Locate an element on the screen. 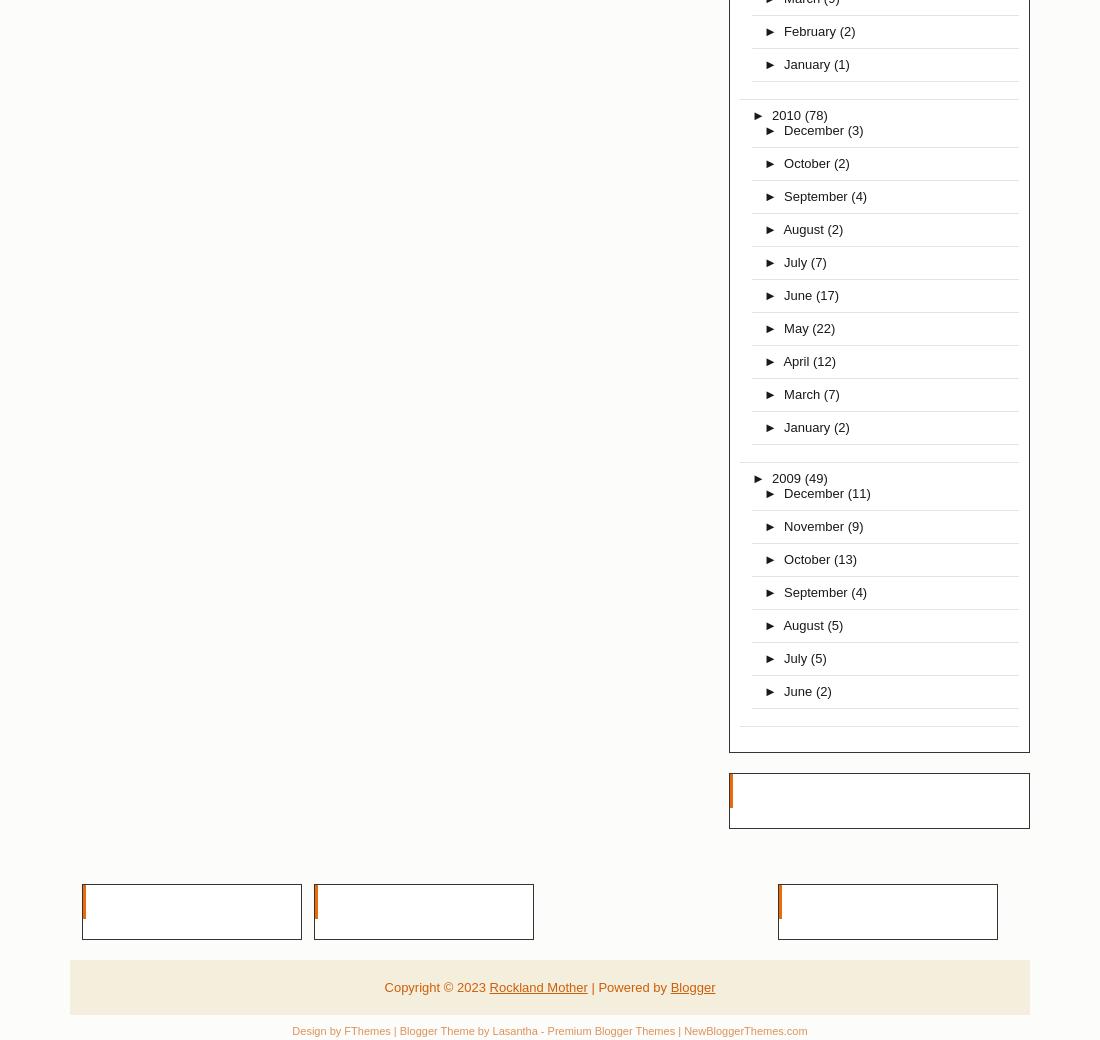  '(1)' is located at coordinates (839, 63).